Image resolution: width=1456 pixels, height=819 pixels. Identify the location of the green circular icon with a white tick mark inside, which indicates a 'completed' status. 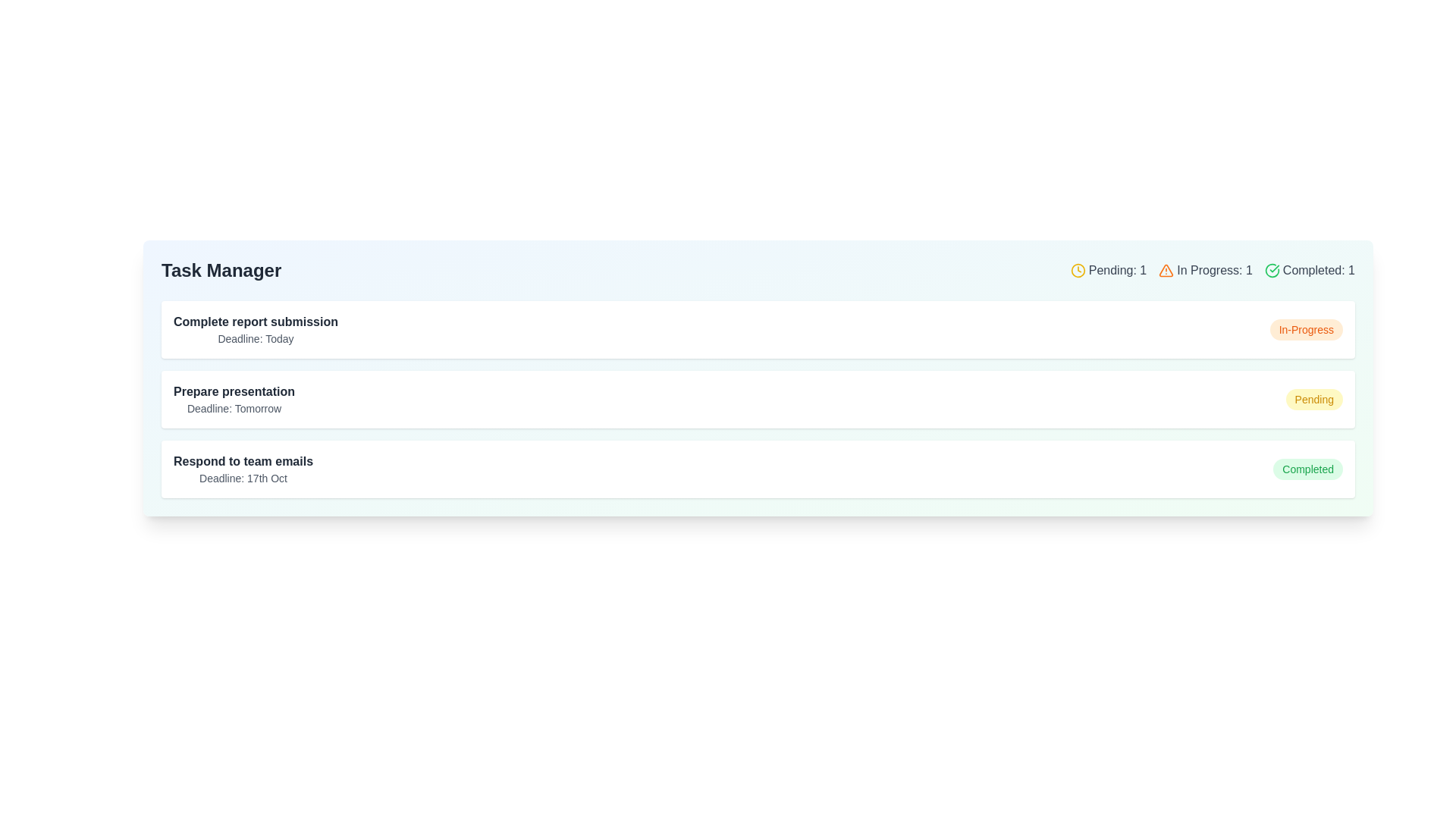
(1272, 270).